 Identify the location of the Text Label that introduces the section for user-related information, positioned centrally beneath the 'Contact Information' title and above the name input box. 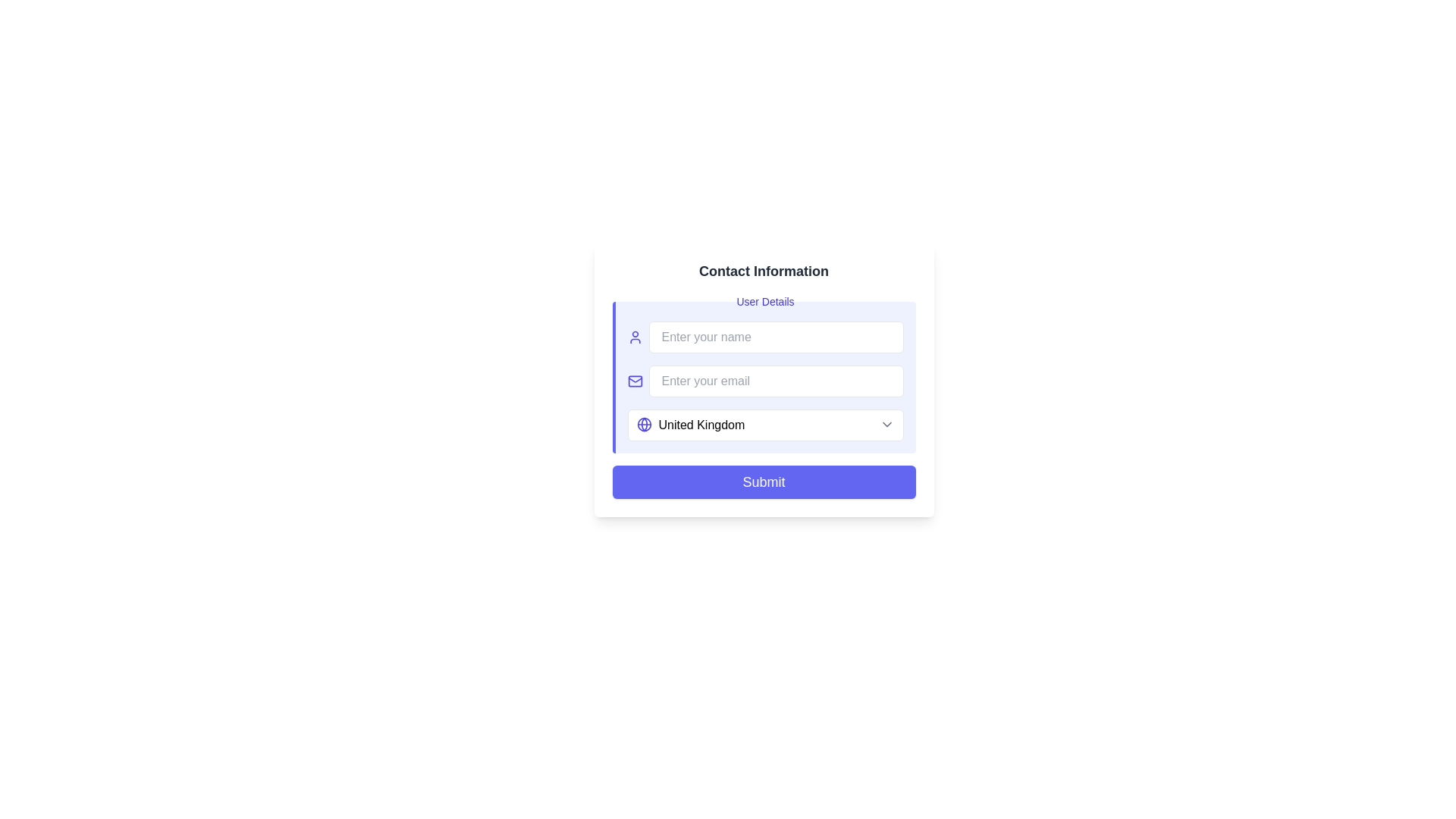
(765, 301).